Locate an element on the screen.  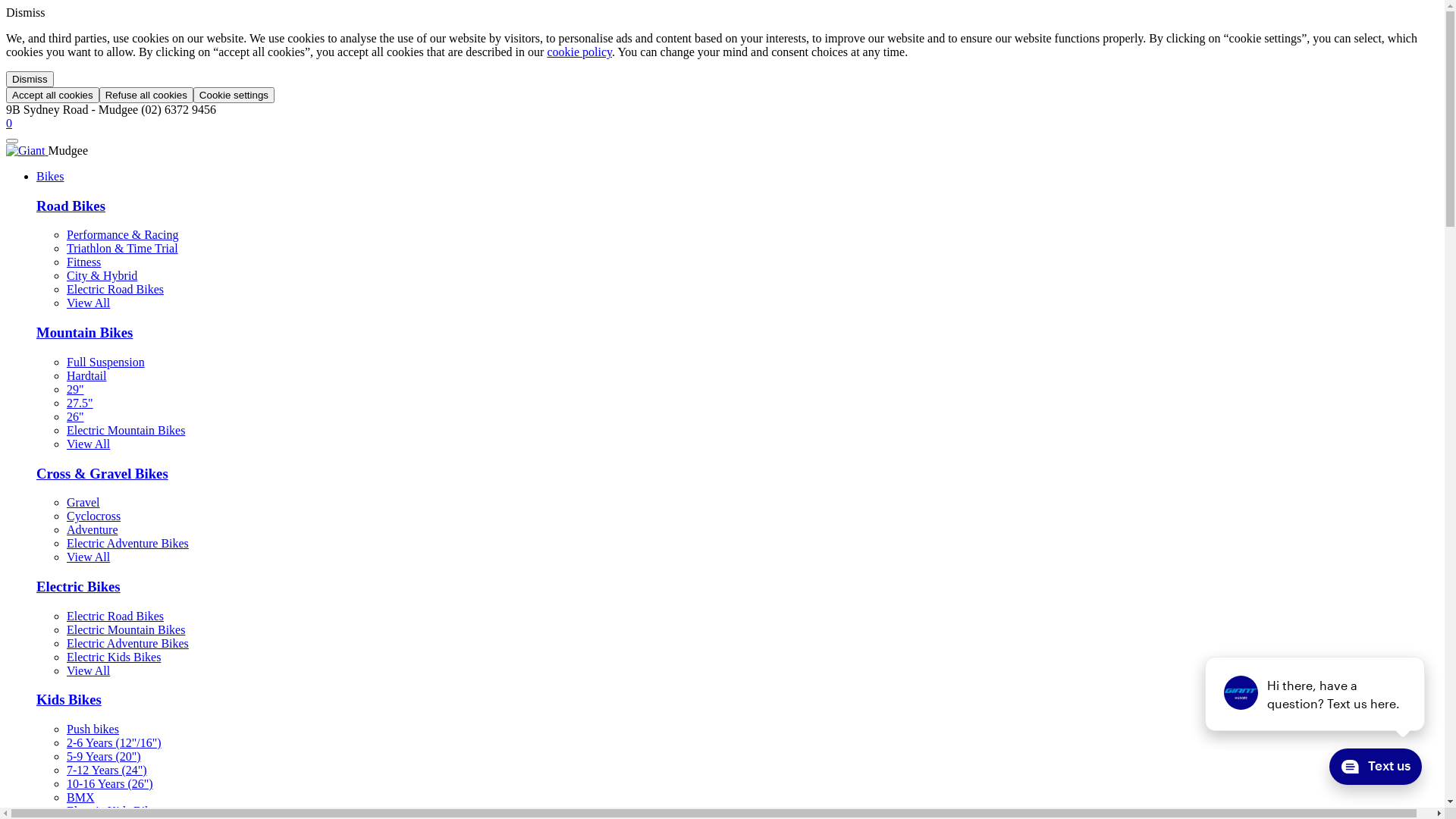
'Adventure' is located at coordinates (91, 529).